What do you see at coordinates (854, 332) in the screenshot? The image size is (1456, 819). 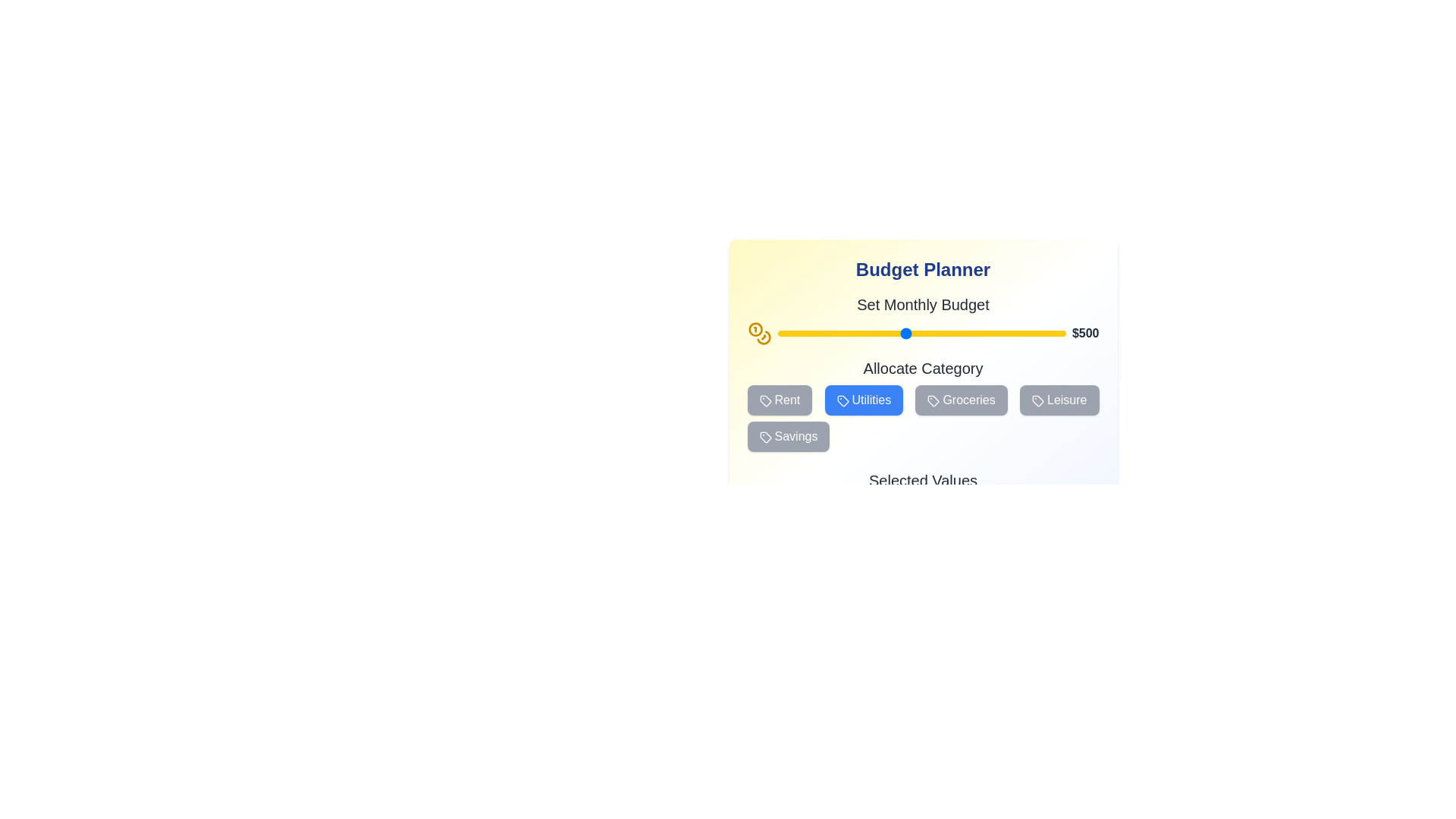 I see `the budget slider` at bounding box center [854, 332].